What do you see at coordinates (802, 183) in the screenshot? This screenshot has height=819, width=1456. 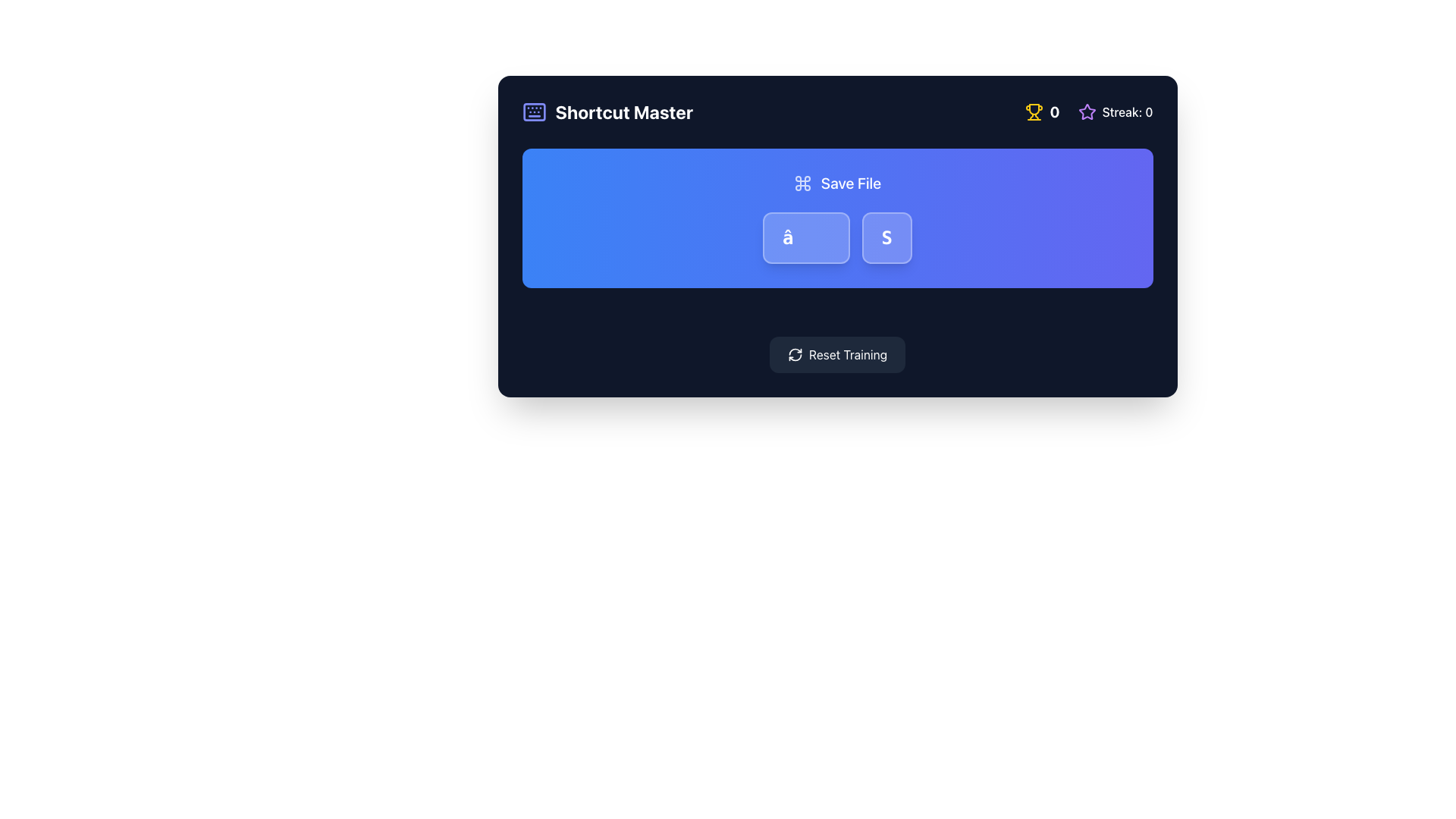 I see `the small white command symbol icon that is part of the 'Save File' button, located in the upper portion of the main blue rectangular area` at bounding box center [802, 183].